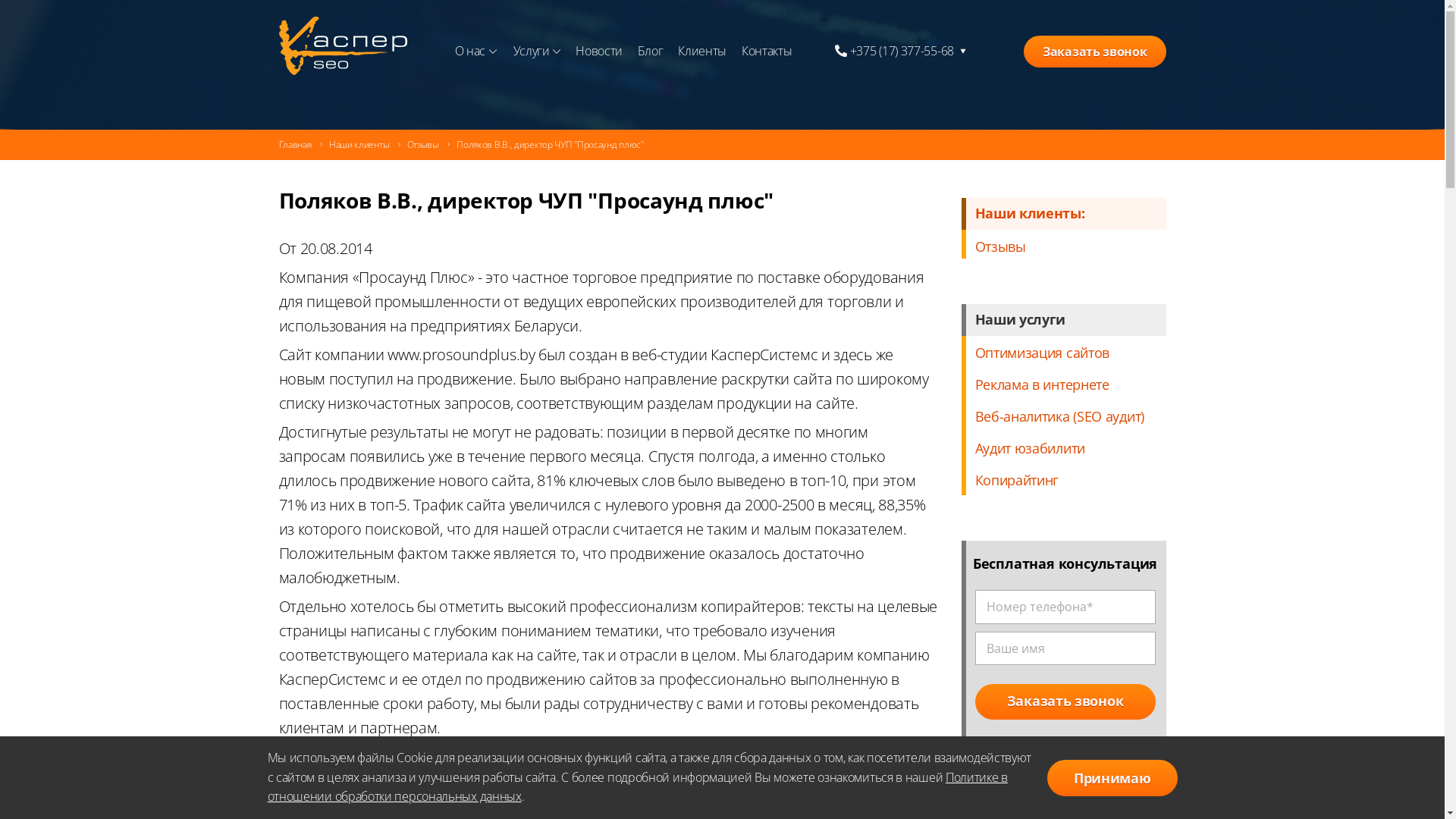  Describe the element at coordinates (833, 51) in the screenshot. I see `'+375 (17) 377-55-68'` at that location.